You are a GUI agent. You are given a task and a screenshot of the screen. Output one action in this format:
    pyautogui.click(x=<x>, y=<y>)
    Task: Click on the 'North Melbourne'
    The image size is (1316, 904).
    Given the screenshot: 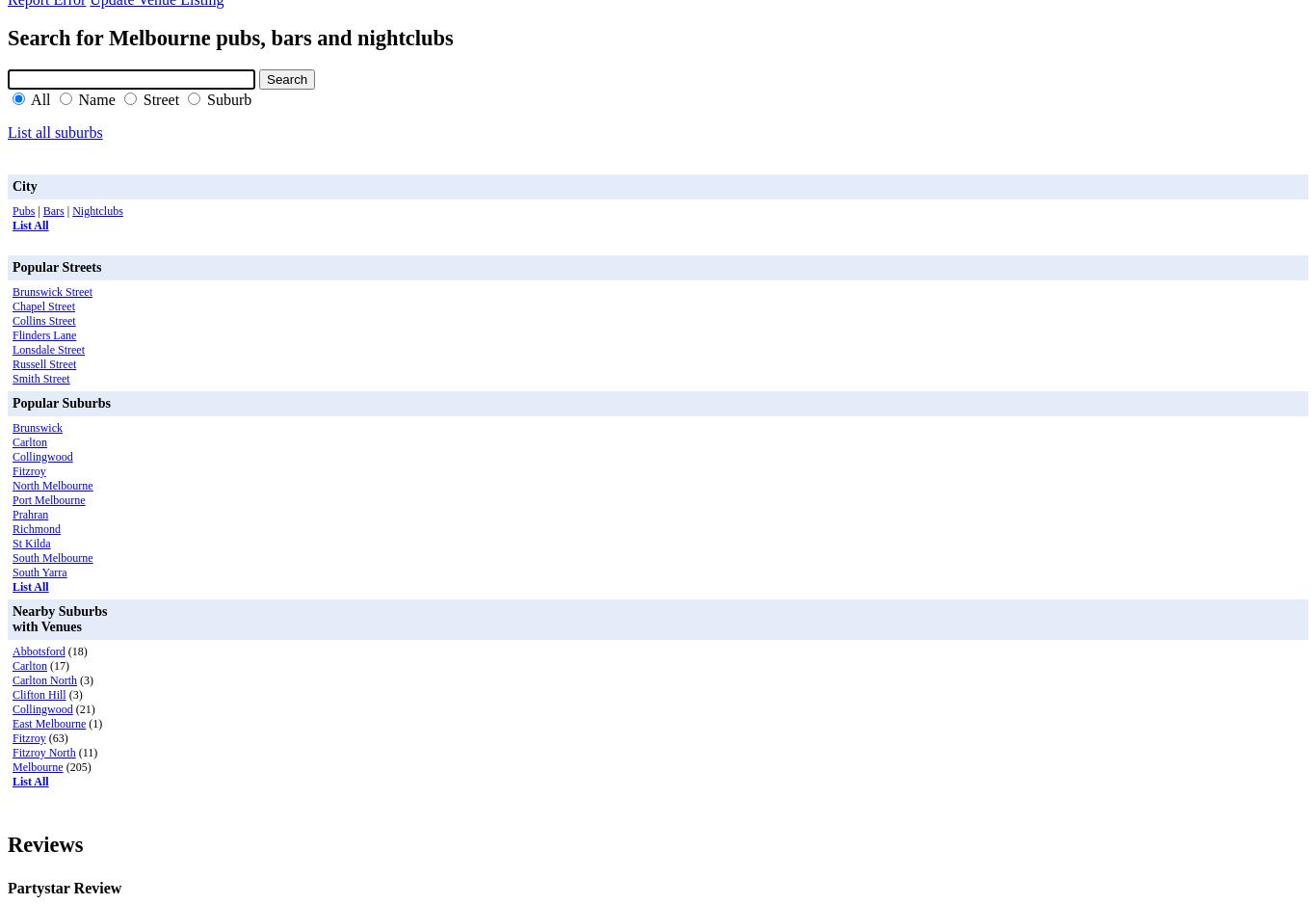 What is the action you would take?
    pyautogui.click(x=52, y=484)
    